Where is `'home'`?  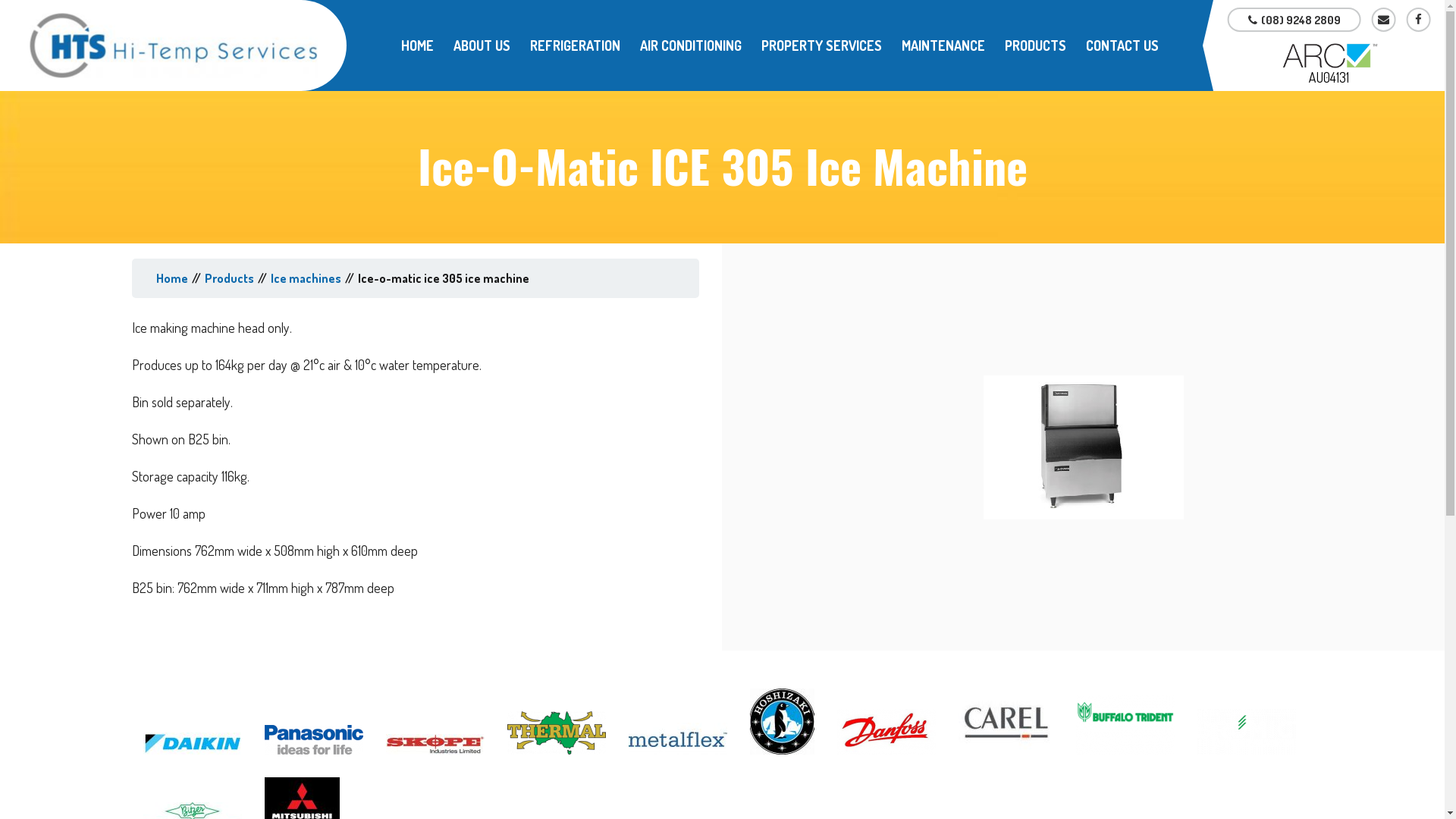 'home' is located at coordinates (171, 278).